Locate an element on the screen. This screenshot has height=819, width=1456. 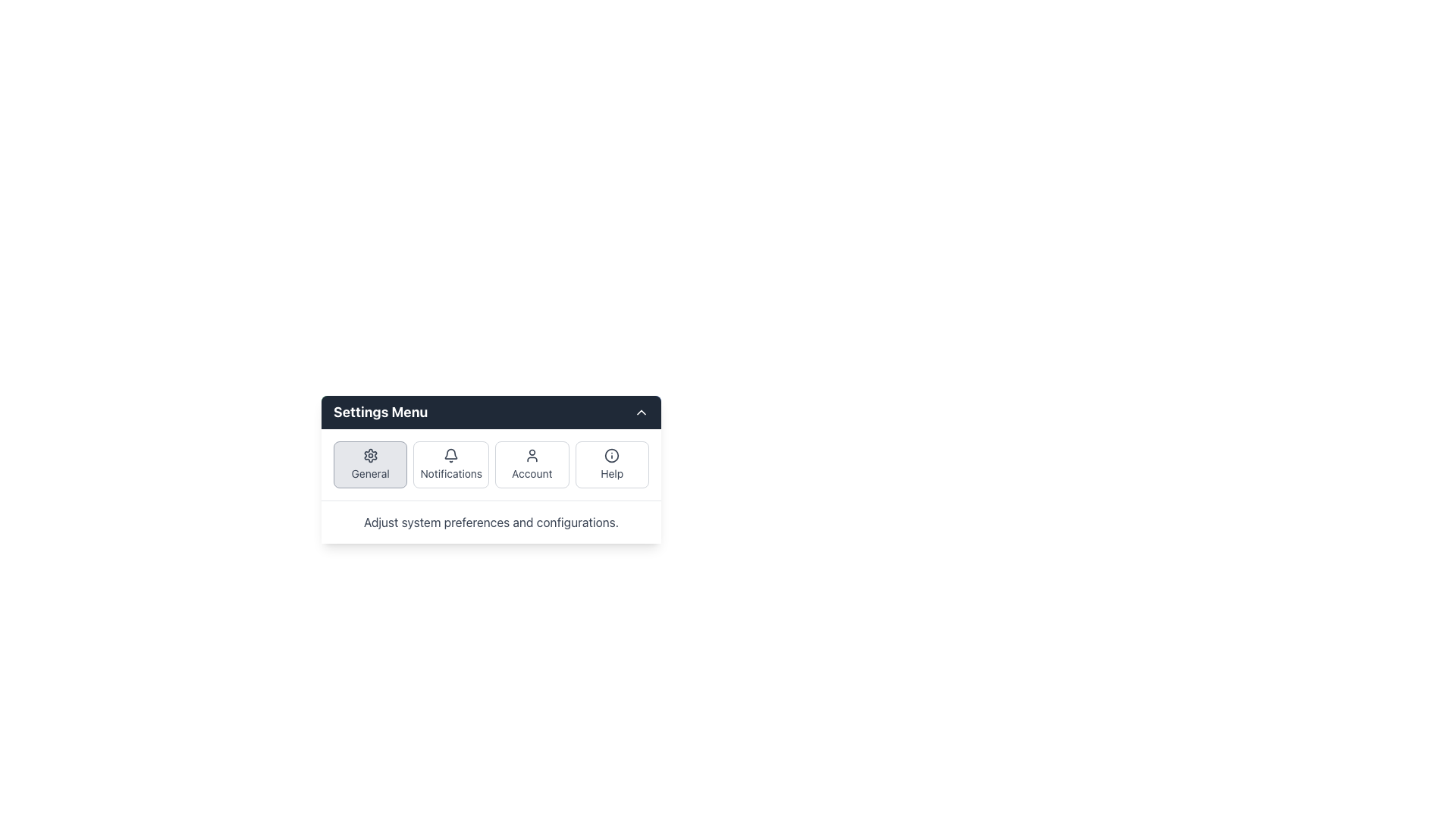
the small upward arrow icon button located at the top right of the Settings Menu bar is located at coordinates (641, 412).